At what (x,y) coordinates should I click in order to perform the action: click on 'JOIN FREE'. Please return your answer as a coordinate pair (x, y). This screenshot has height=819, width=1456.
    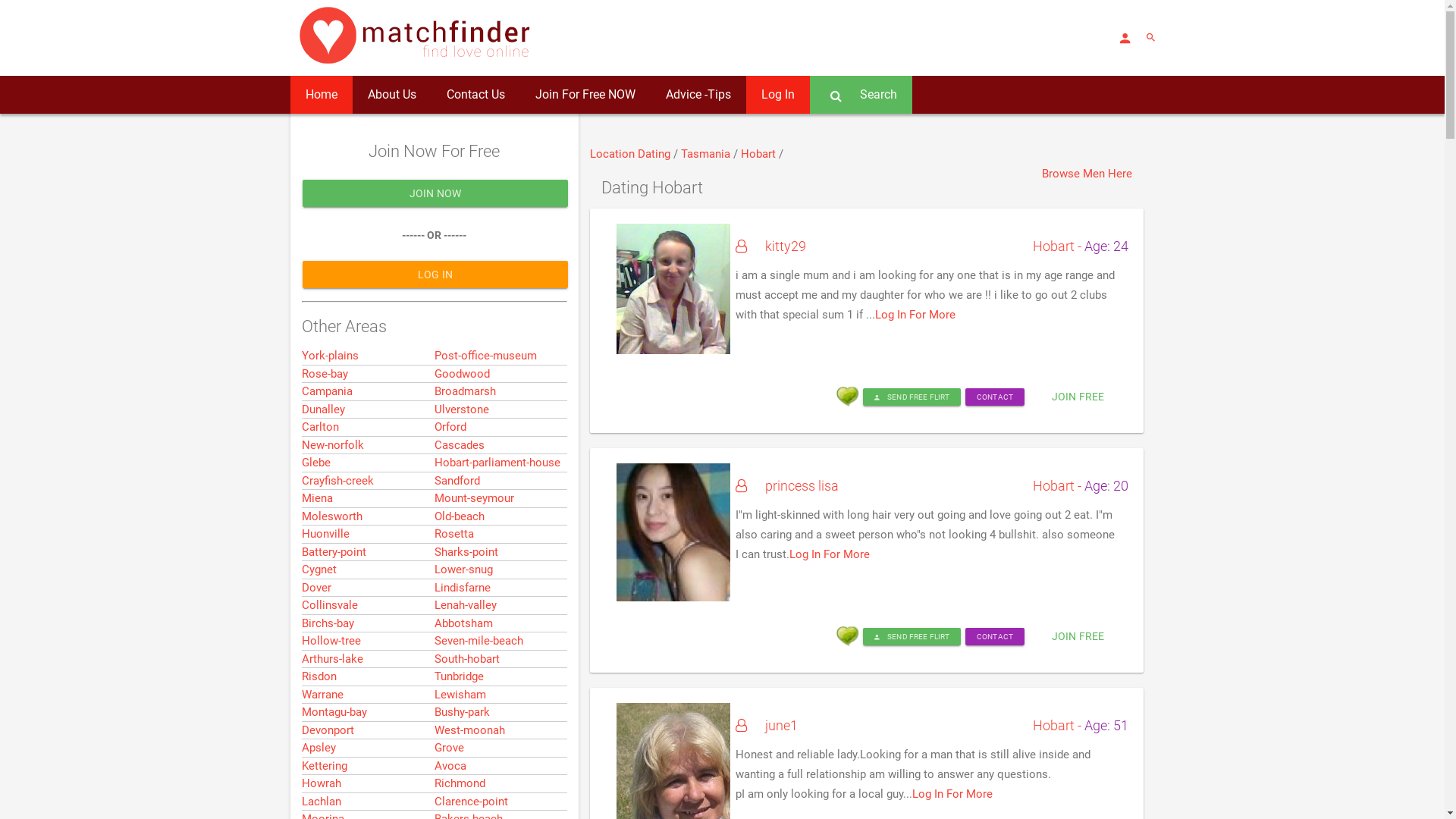
    Looking at the image, I should click on (1077, 636).